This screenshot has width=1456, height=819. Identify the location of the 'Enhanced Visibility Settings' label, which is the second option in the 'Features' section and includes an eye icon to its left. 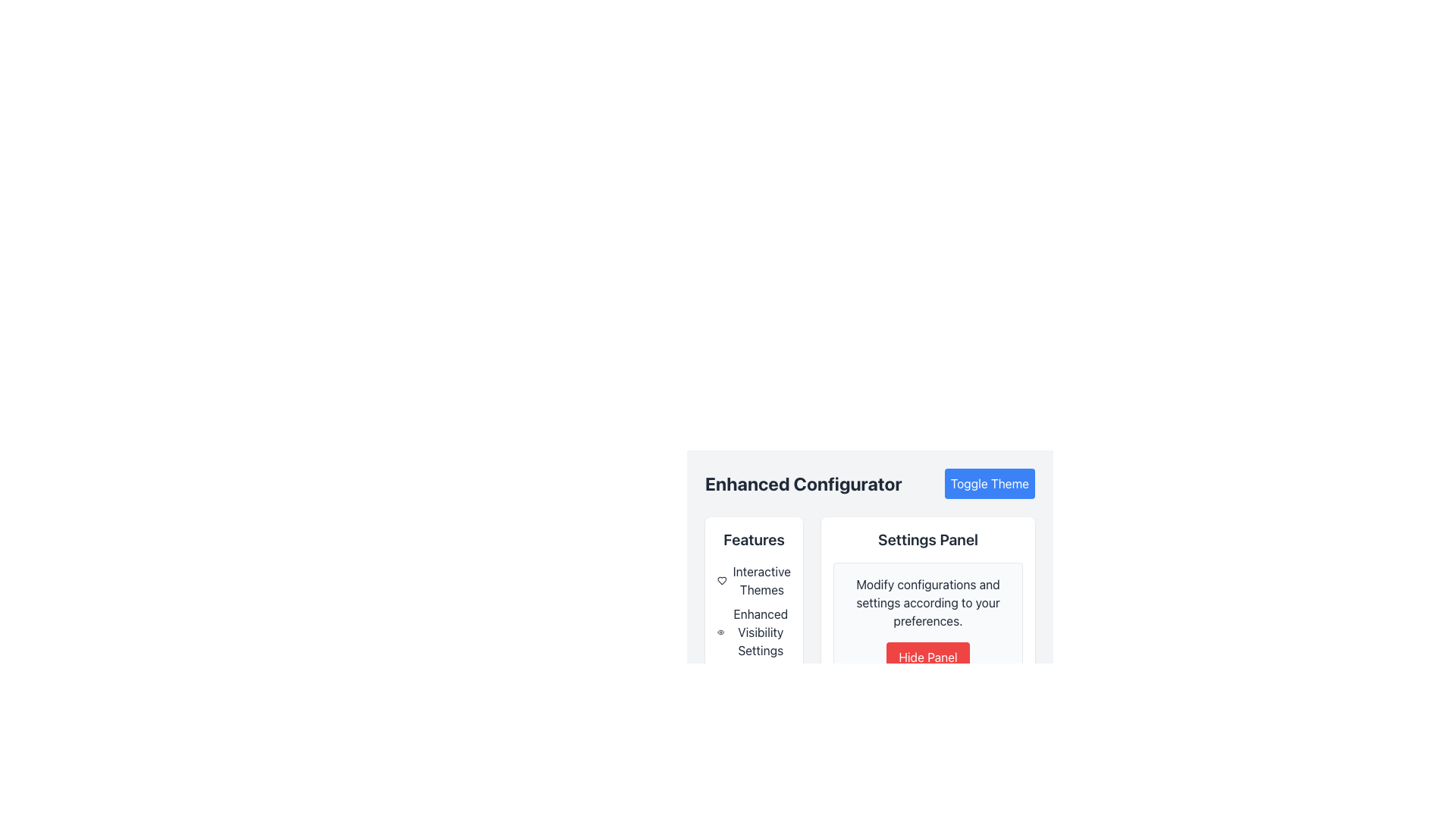
(754, 632).